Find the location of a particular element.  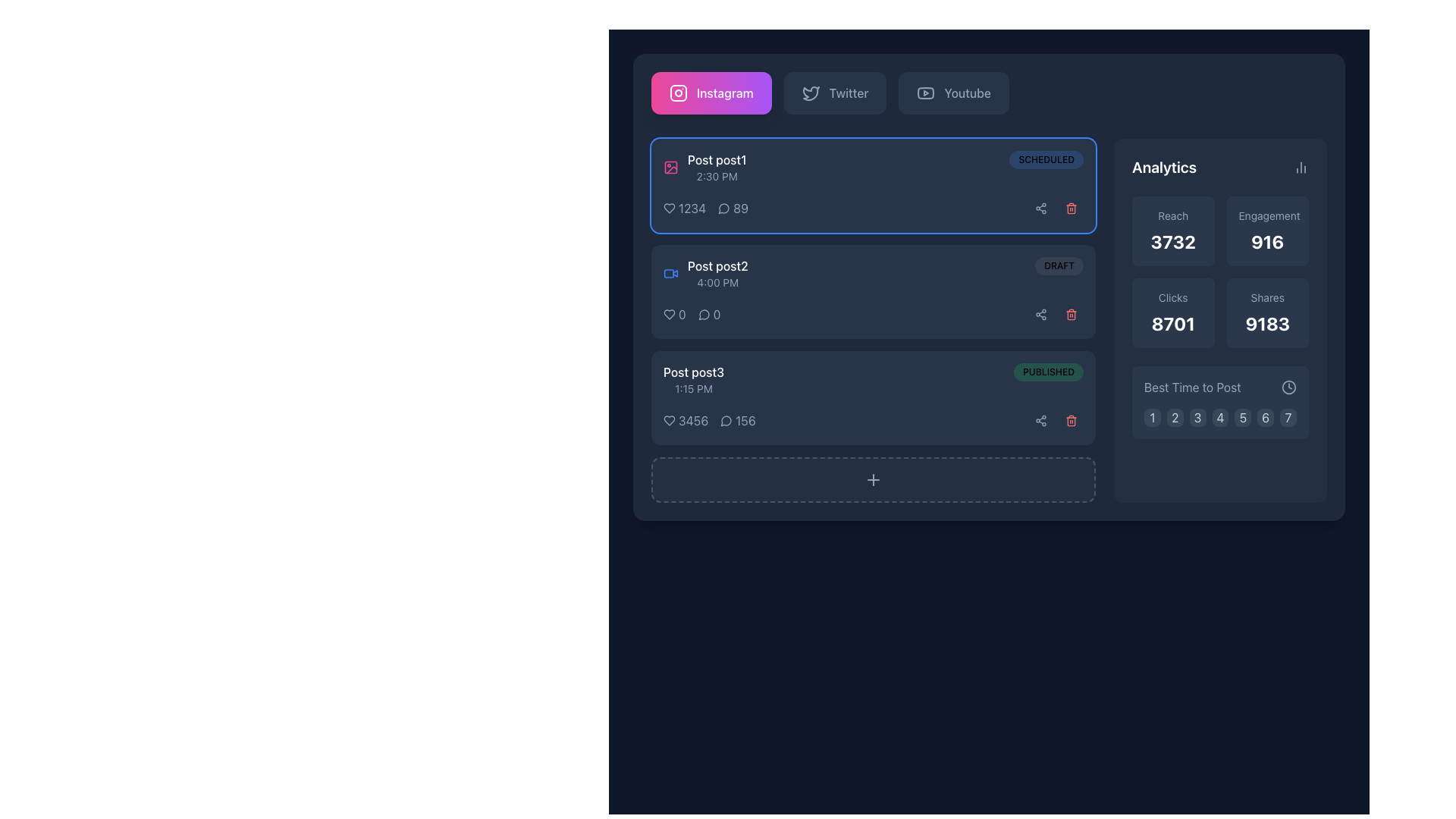

the trash can icon button is located at coordinates (1070, 421).